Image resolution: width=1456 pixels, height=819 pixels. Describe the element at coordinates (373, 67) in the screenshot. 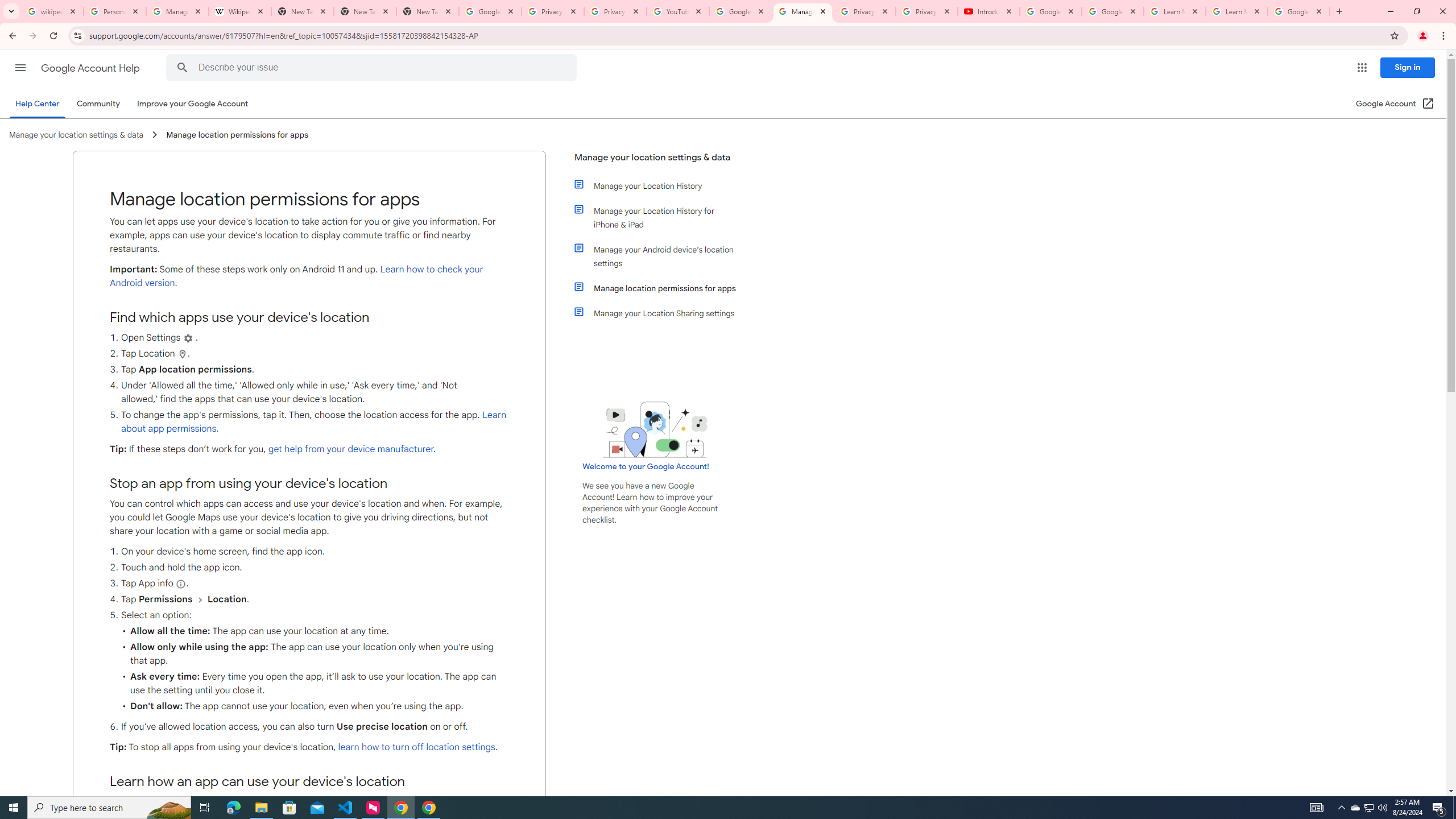

I see `'Describe your issue'` at that location.